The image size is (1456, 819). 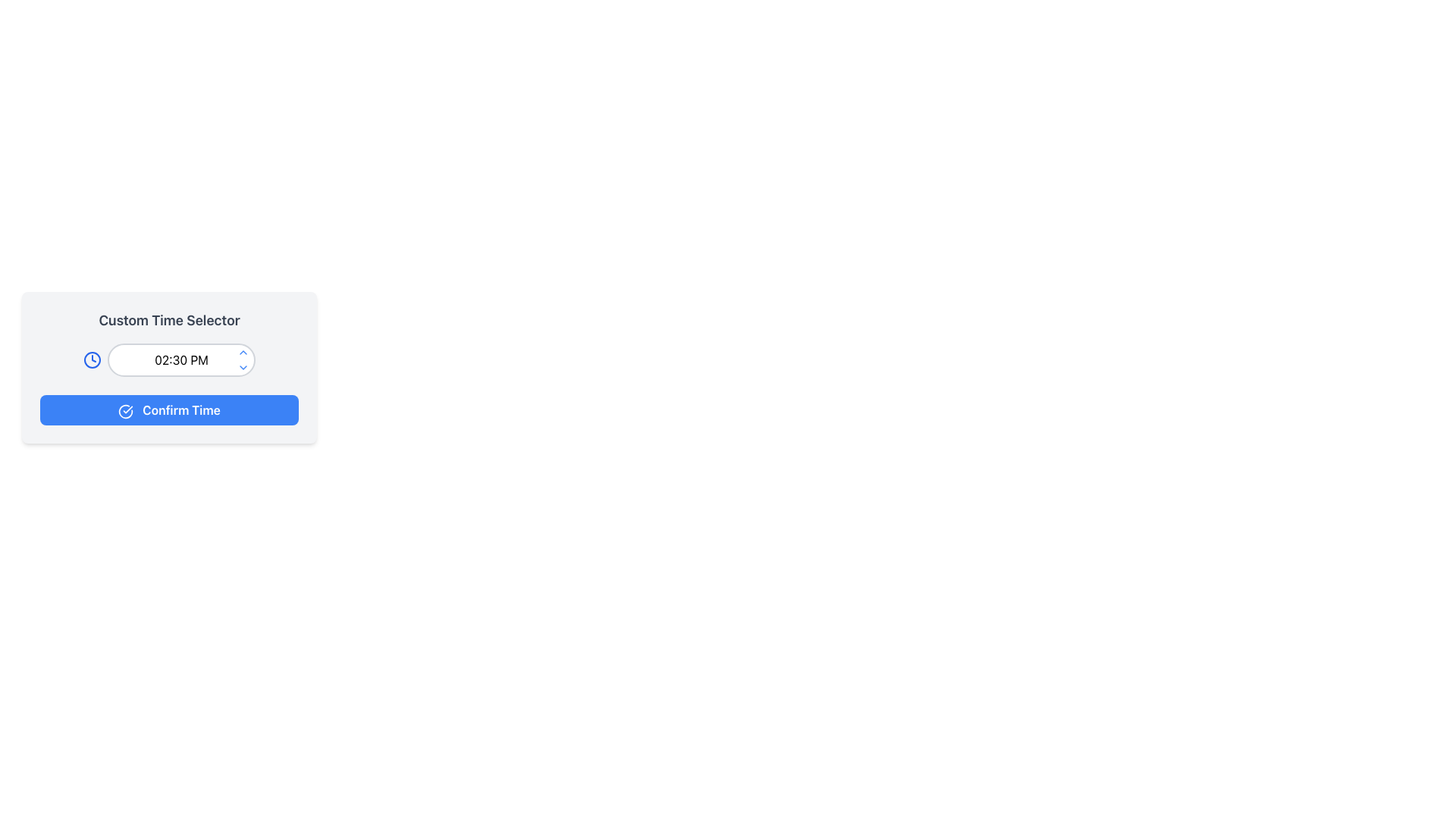 I want to click on the header Text Label that indicates the purpose of the content below, which involves selecting and confirming a custom time, so click(x=169, y=320).